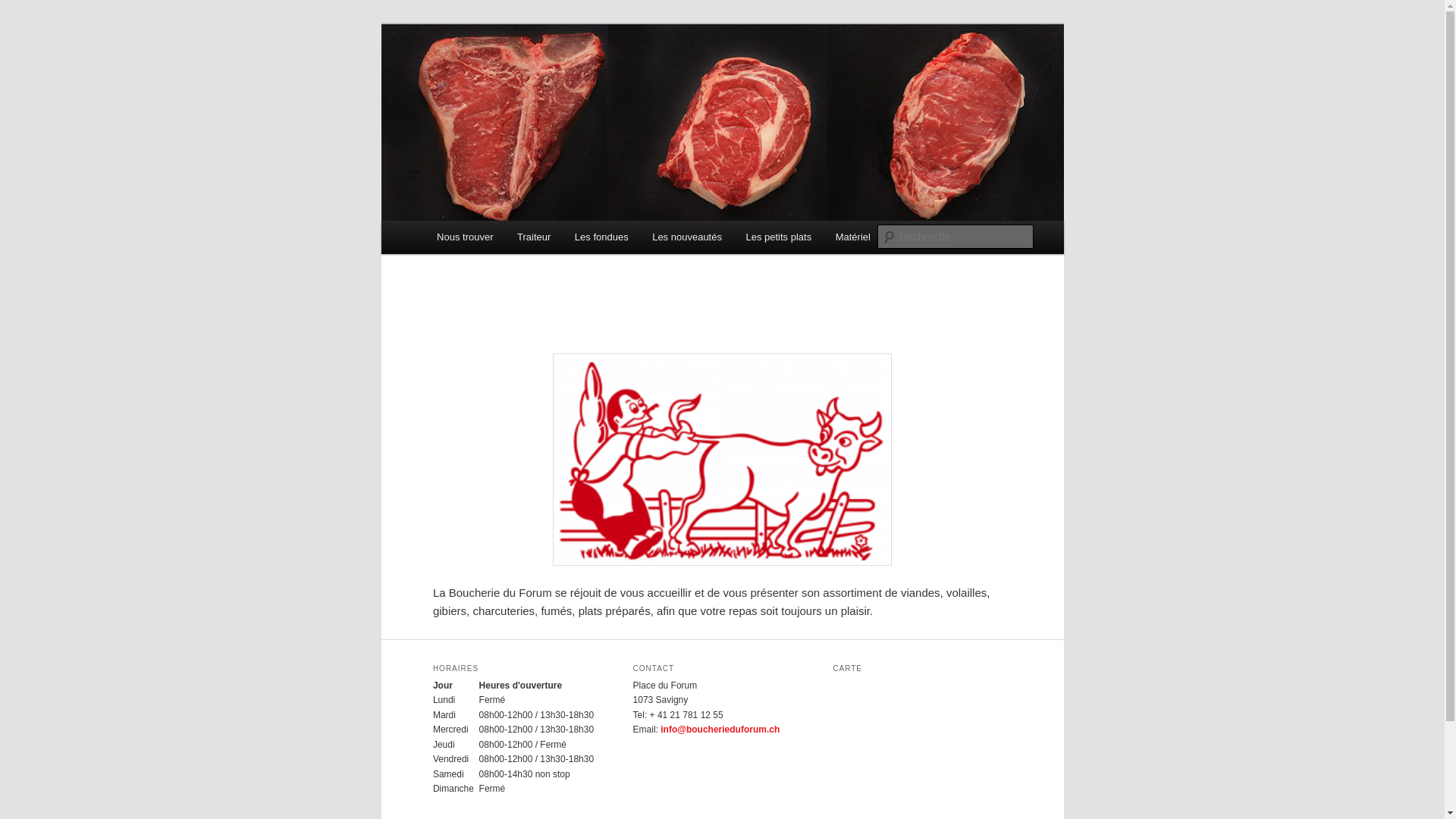 Image resolution: width=1456 pixels, height=819 pixels. Describe the element at coordinates (600, 237) in the screenshot. I see `'Les fondues'` at that location.